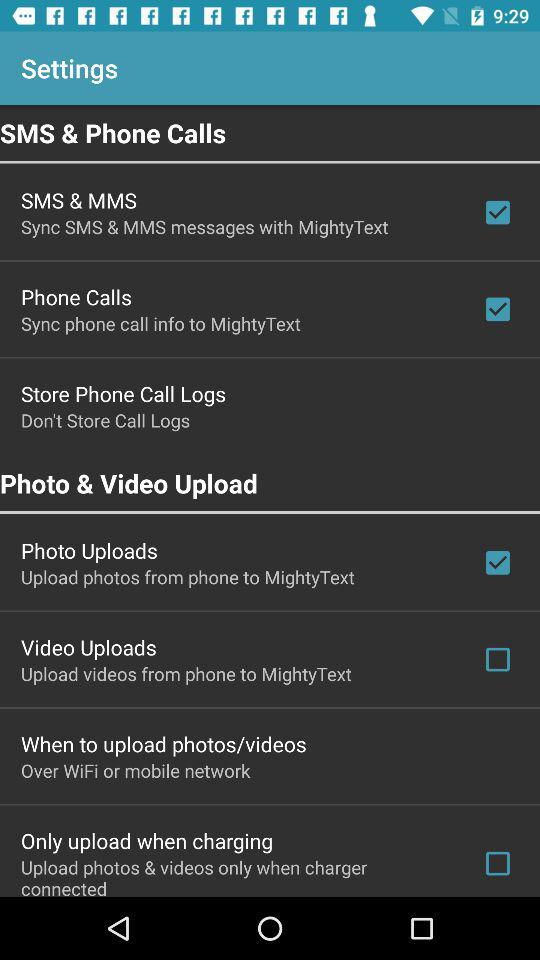  I want to click on the app above upload photos from item, so click(88, 550).